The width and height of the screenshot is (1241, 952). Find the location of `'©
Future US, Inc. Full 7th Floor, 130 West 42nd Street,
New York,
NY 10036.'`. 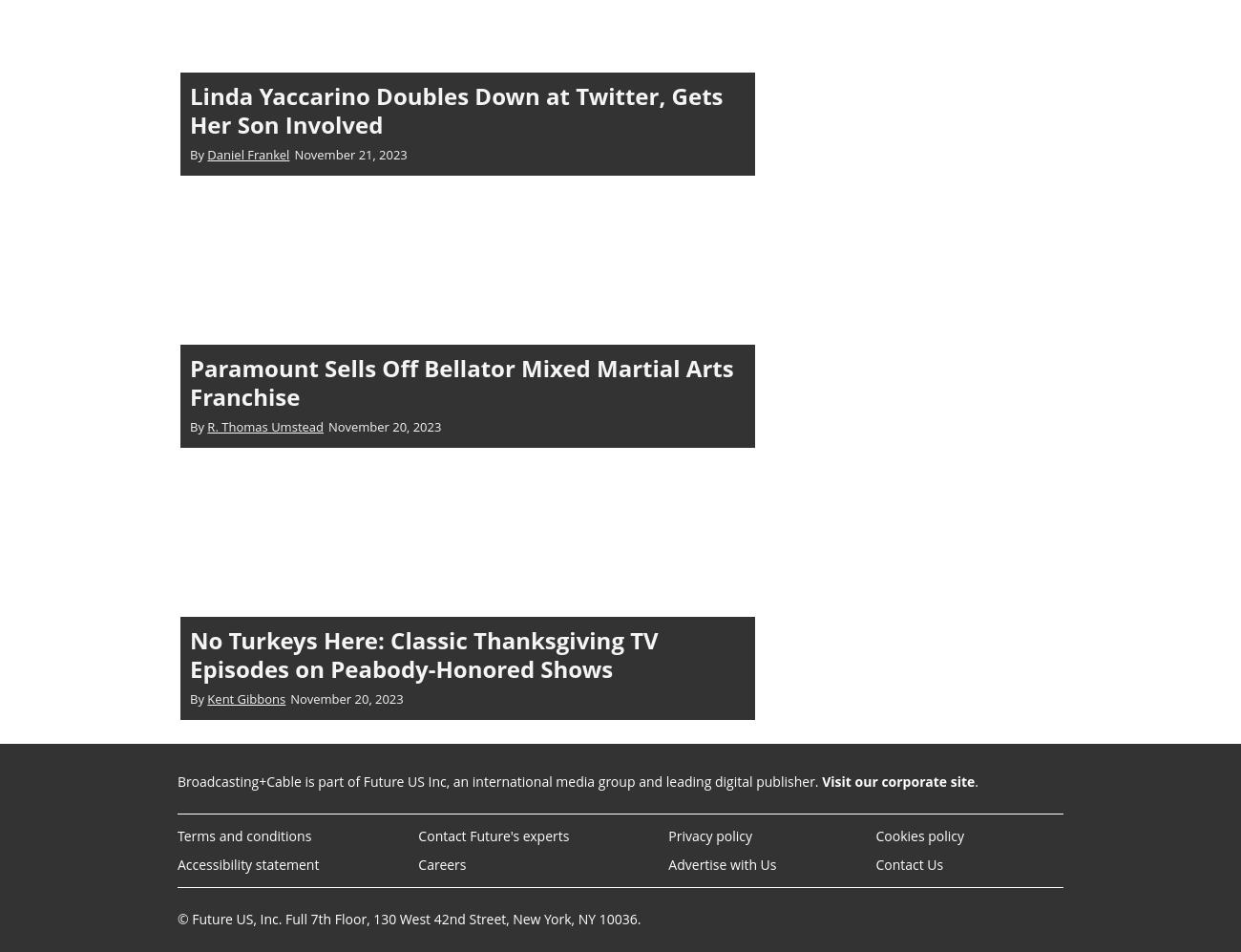

'©
Future US, Inc. Full 7th Floor, 130 West 42nd Street,
New York,
NY 10036.' is located at coordinates (409, 918).